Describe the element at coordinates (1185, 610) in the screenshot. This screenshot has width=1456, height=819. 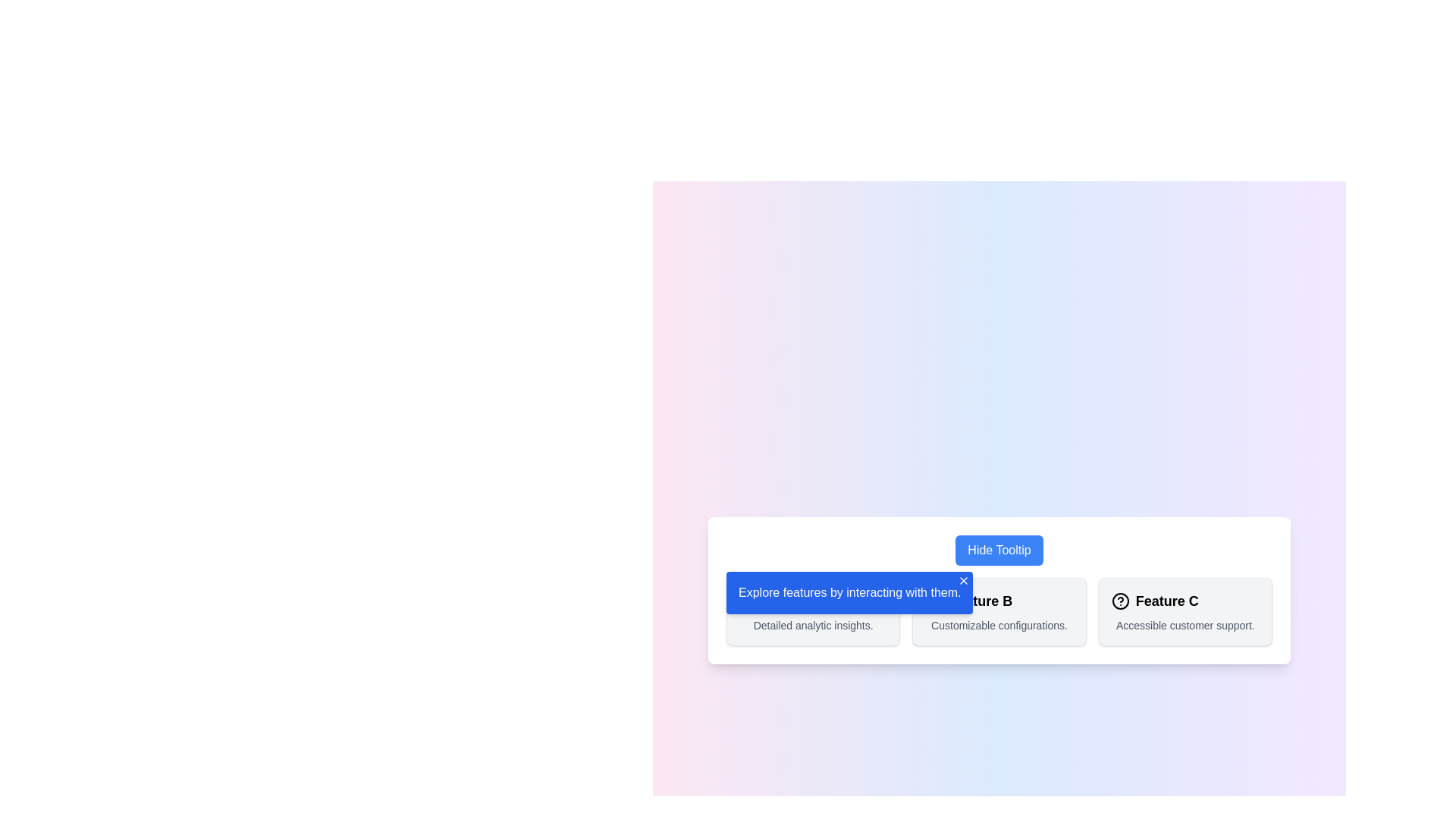
I see `the informational card featuring the question mark icon and bold text 'Feature C', which is the third card in a horizontal grid and has a light gray background` at that location.